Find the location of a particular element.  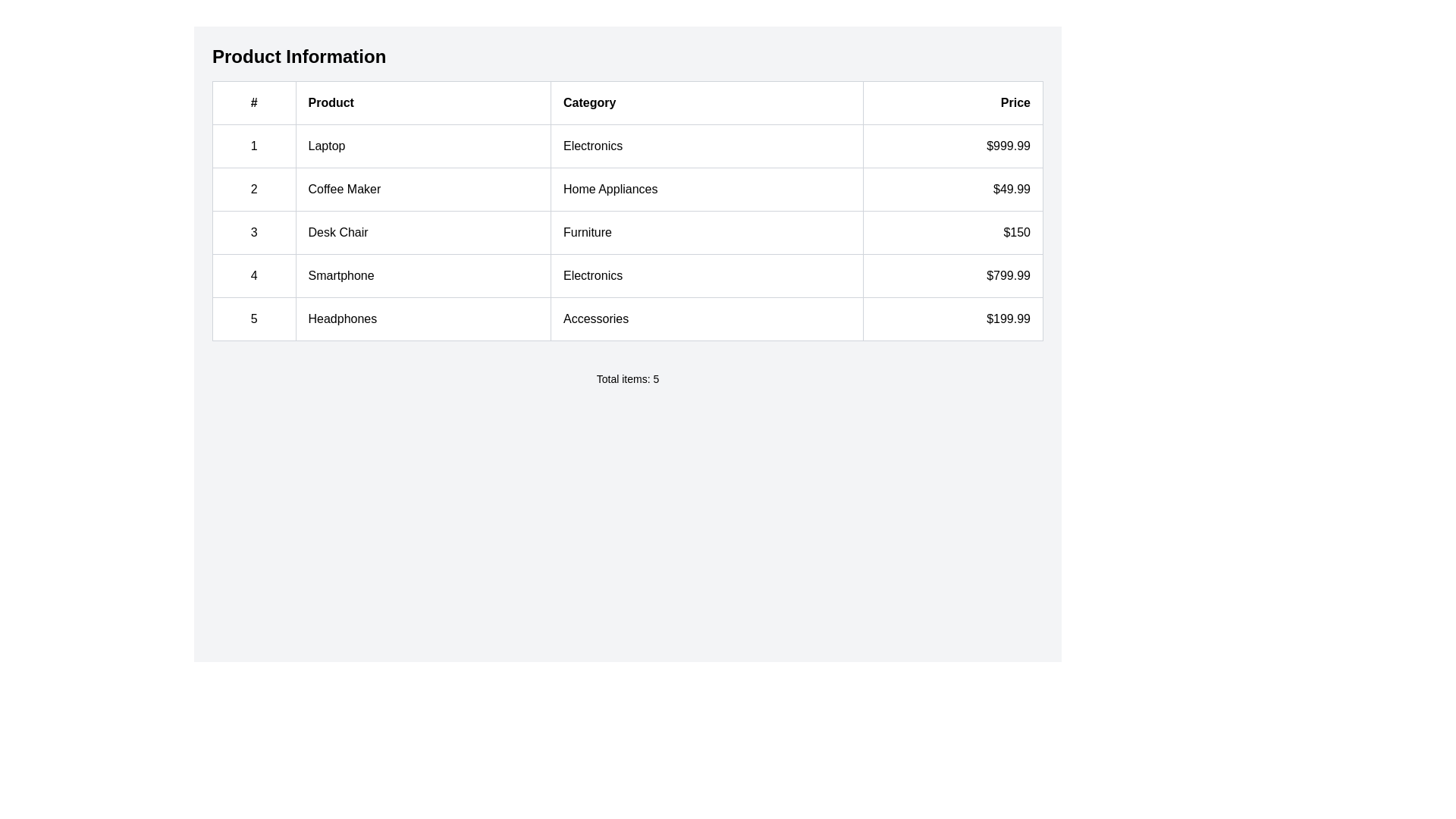

displayed price value from the Table Cell showing the price formatted as '$49.99', which is located in the fourth column of the second row of the table is located at coordinates (952, 189).